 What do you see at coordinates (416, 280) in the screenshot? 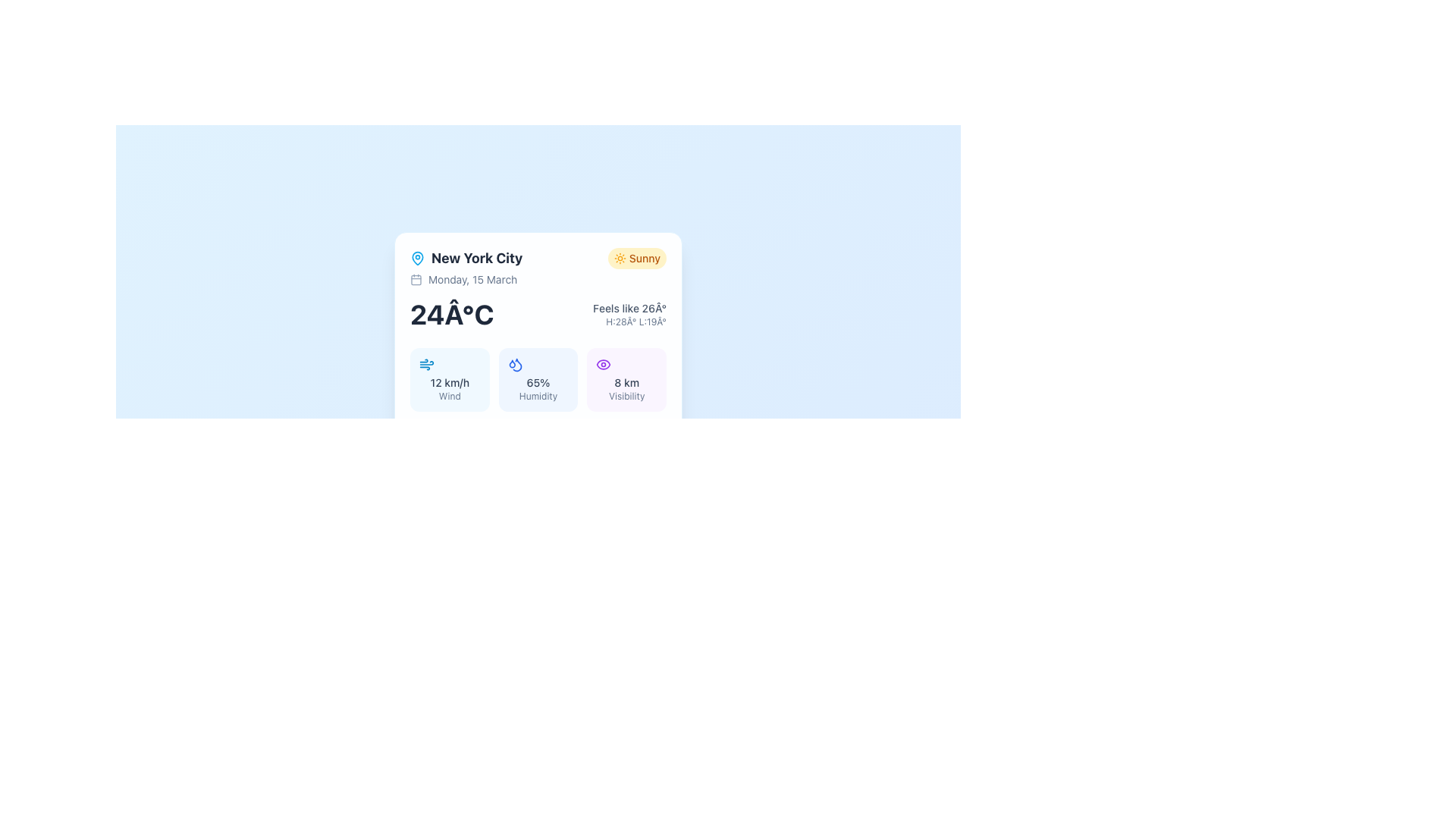
I see `the calendar icon that visually indicates the date 'Monday, 15 March', positioned to the left and slightly above the associated text` at bounding box center [416, 280].